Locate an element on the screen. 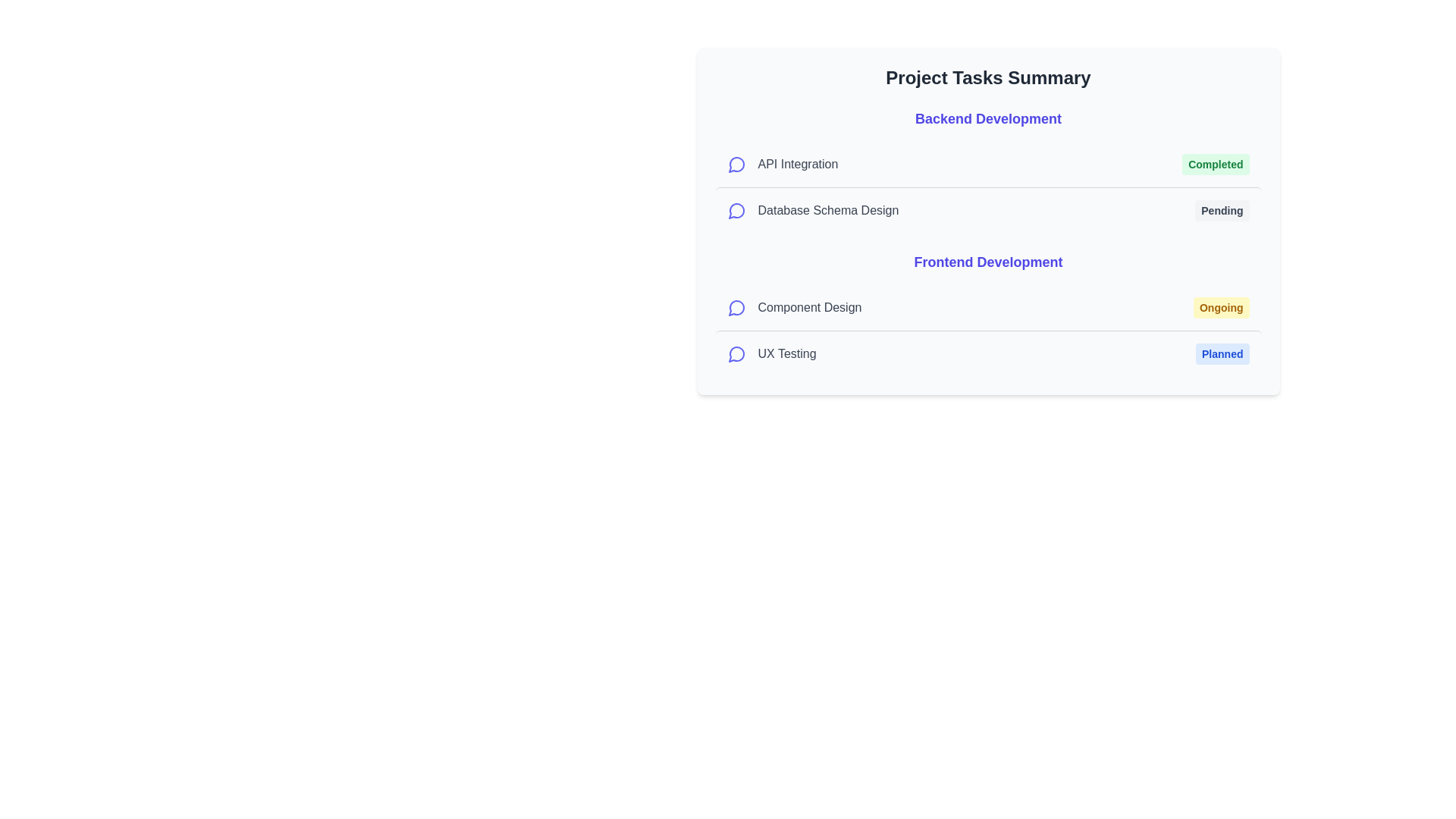 The width and height of the screenshot is (1456, 819). the section labeled 'Backend Development' that summarizes the tasks 'API Integration' (Completed) and 'Database Schema Design' (Pending), located under 'Project Tasks Summary' and above 'Frontend Development' is located at coordinates (988, 171).